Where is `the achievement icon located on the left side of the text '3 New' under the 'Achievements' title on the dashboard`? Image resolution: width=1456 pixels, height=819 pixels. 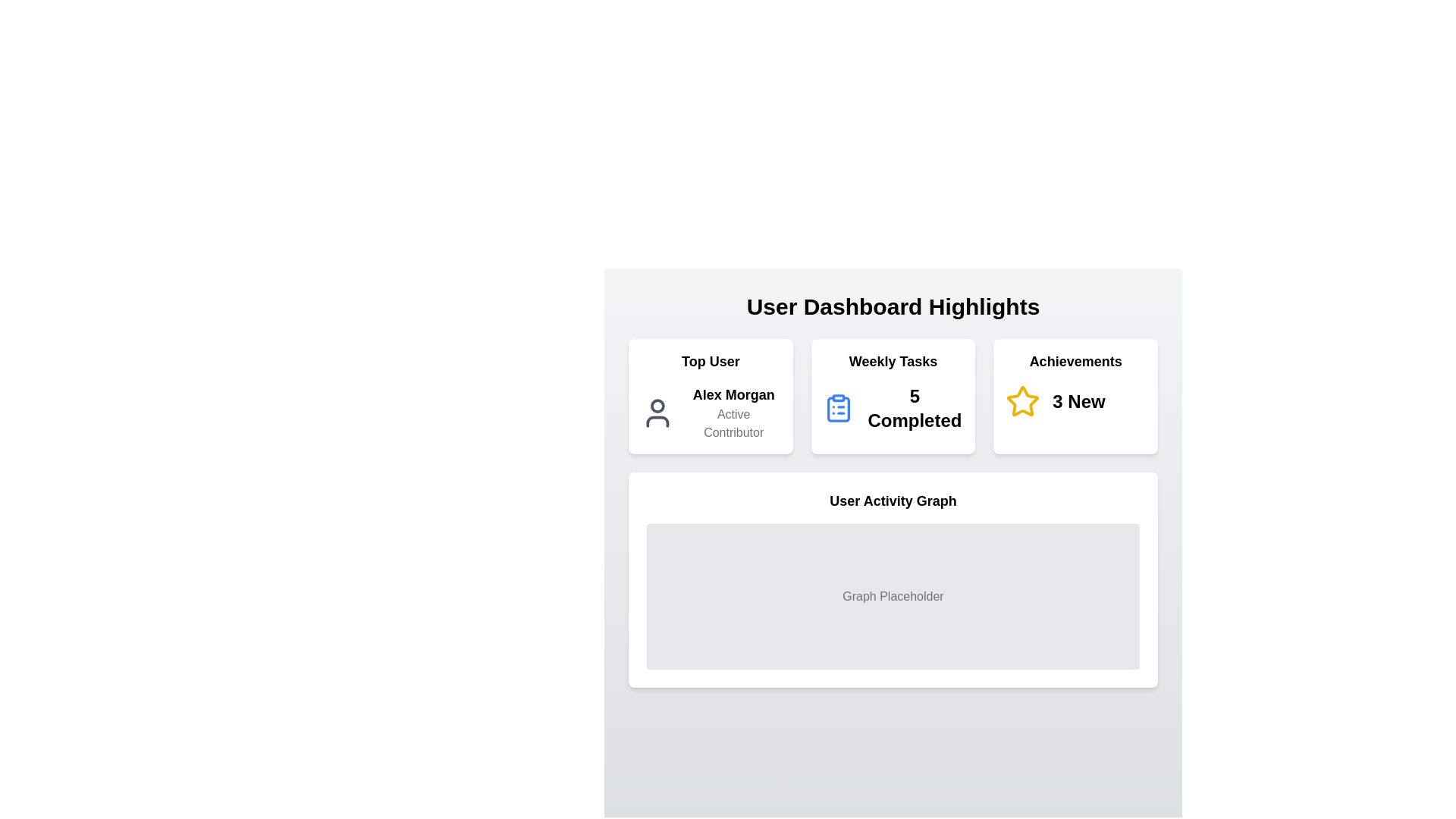 the achievement icon located on the left side of the text '3 New' under the 'Achievements' title on the dashboard is located at coordinates (1023, 400).